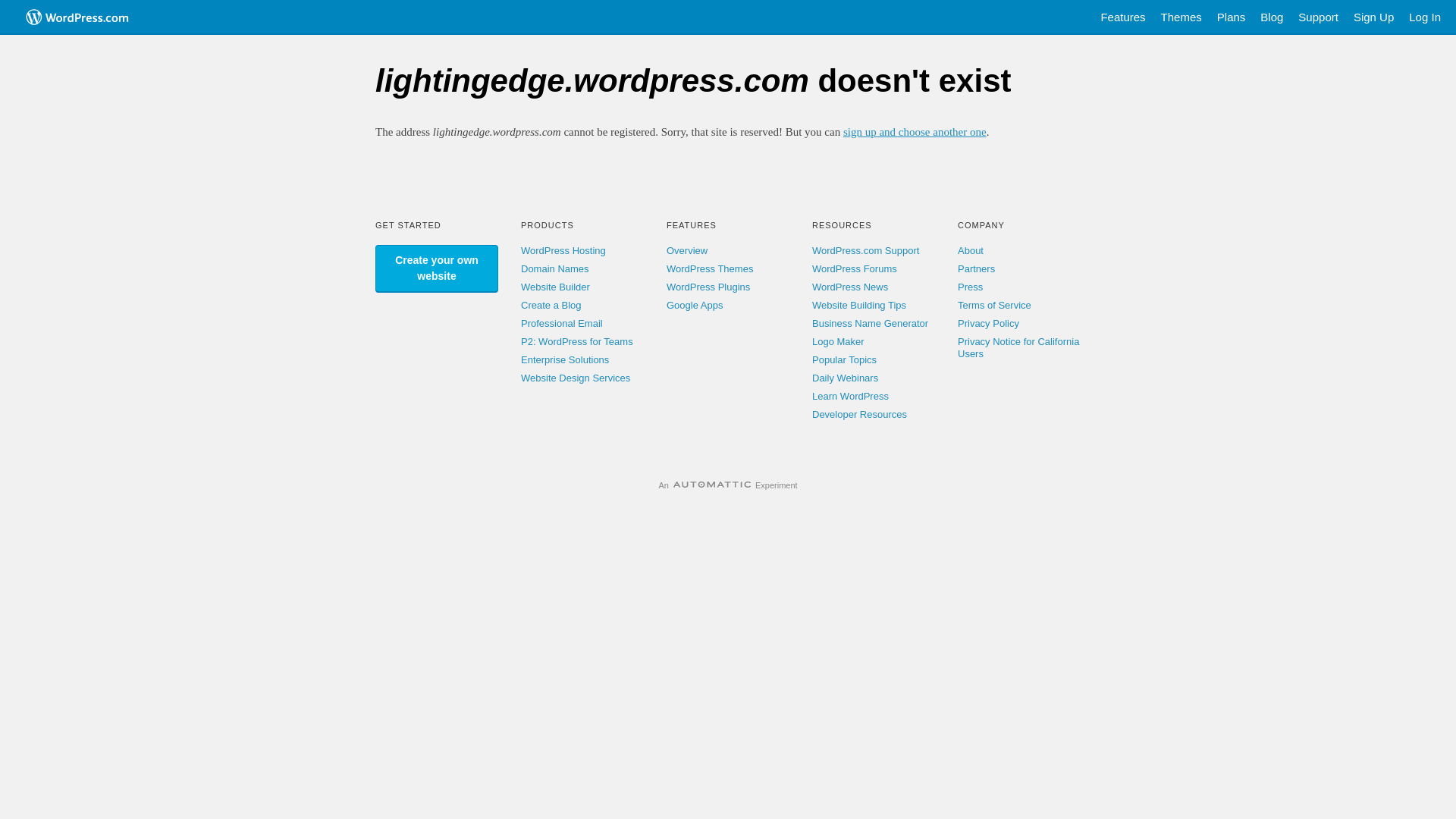  Describe the element at coordinates (708, 287) in the screenshot. I see `'WordPress Plugins'` at that location.